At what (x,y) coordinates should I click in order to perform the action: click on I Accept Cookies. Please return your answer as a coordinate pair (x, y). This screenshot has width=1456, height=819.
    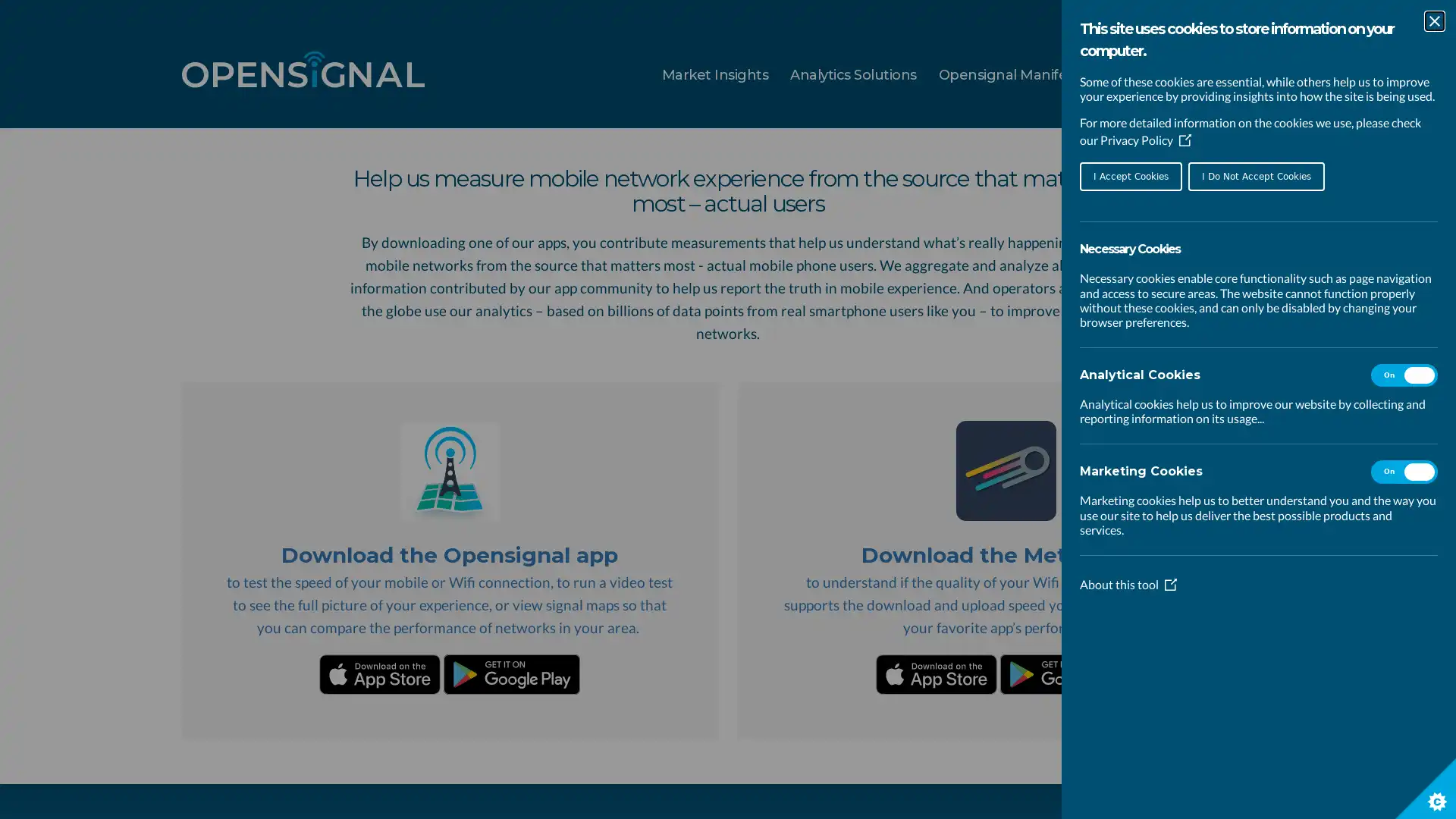
    Looking at the image, I should click on (1131, 175).